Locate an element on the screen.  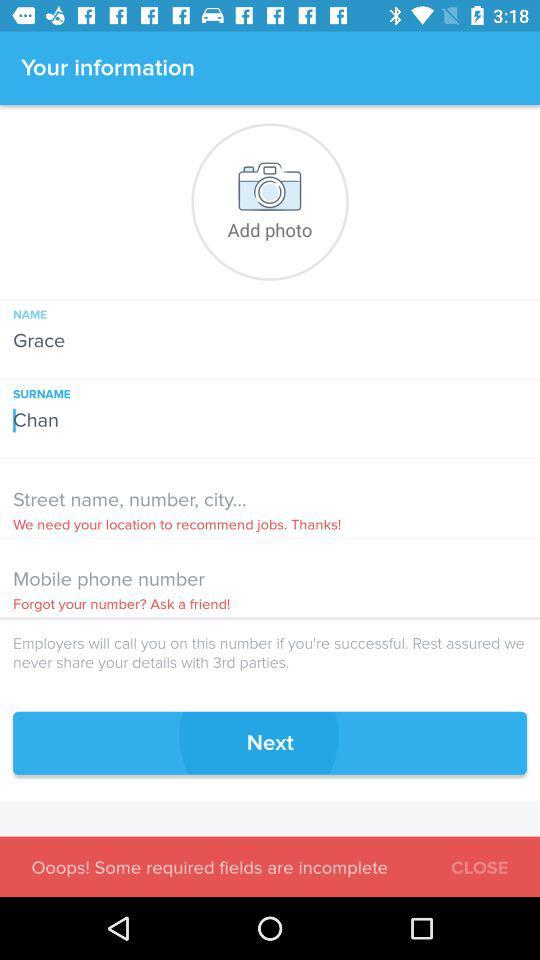
next is located at coordinates (270, 742).